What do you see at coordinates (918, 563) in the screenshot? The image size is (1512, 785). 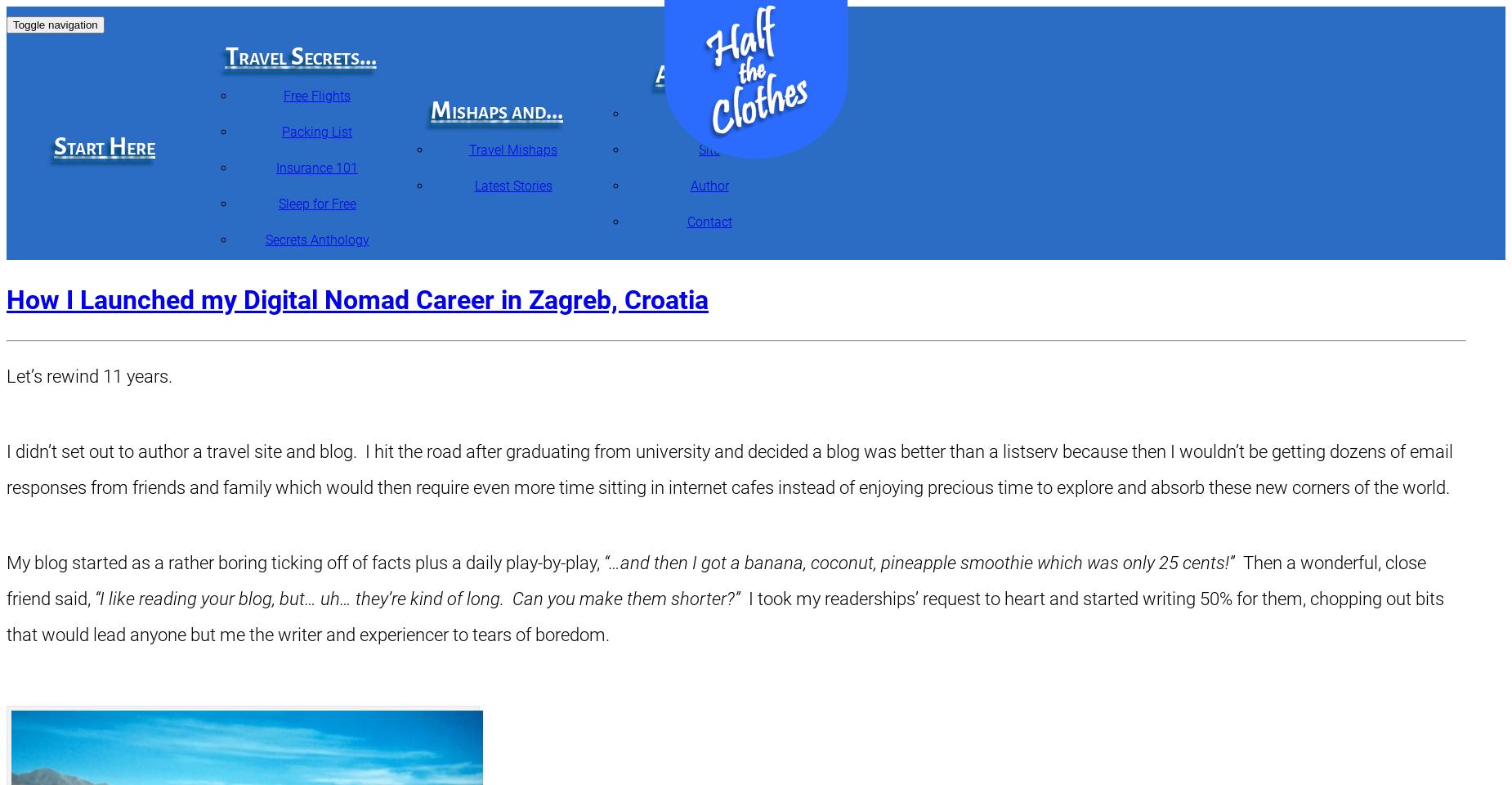 I see `'“…and then I got a banana, coconut, pineapple smoothie which was only 25 cents!”'` at bounding box center [918, 563].